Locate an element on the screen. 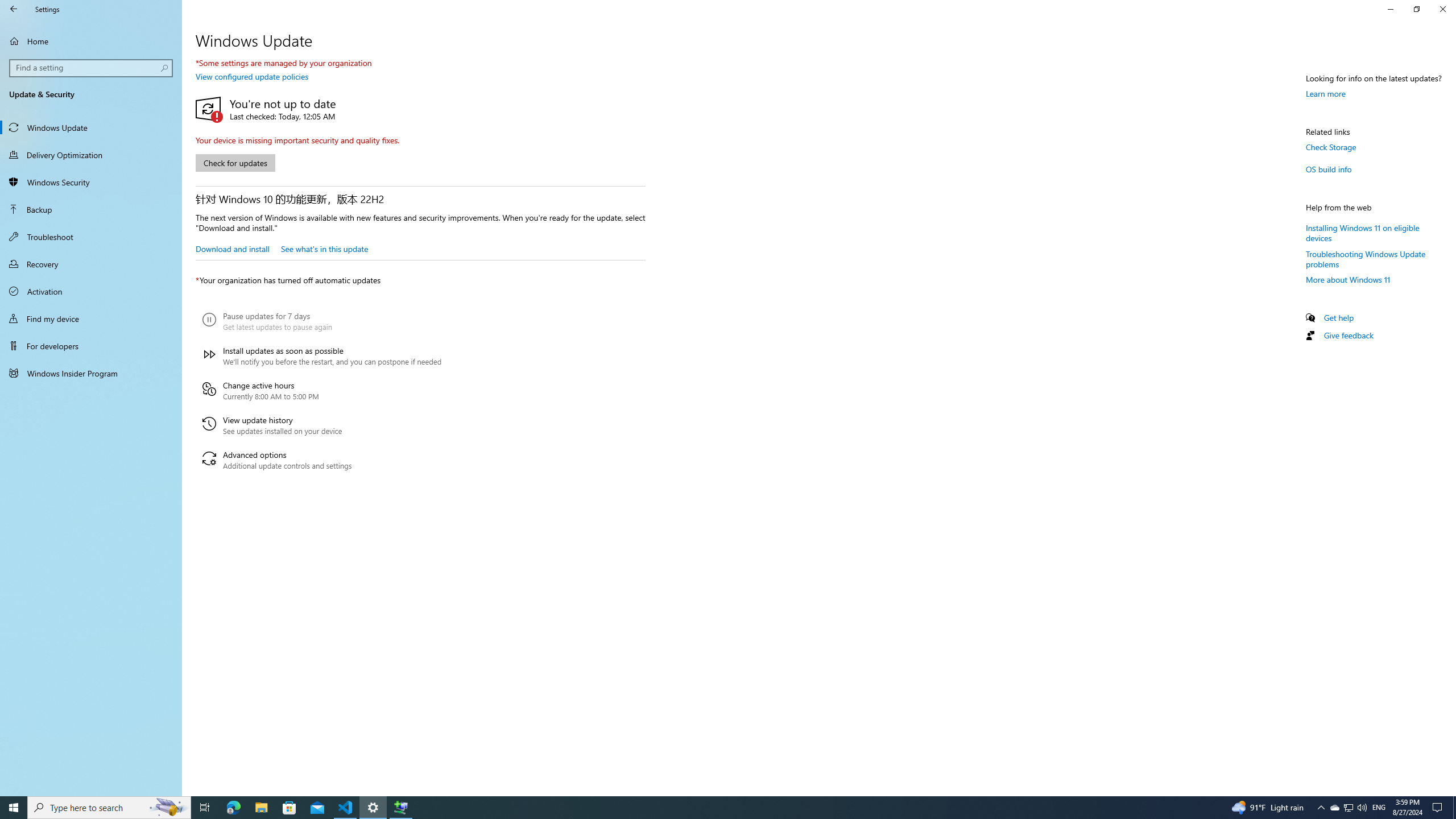  'Minimize Settings' is located at coordinates (1389, 9).